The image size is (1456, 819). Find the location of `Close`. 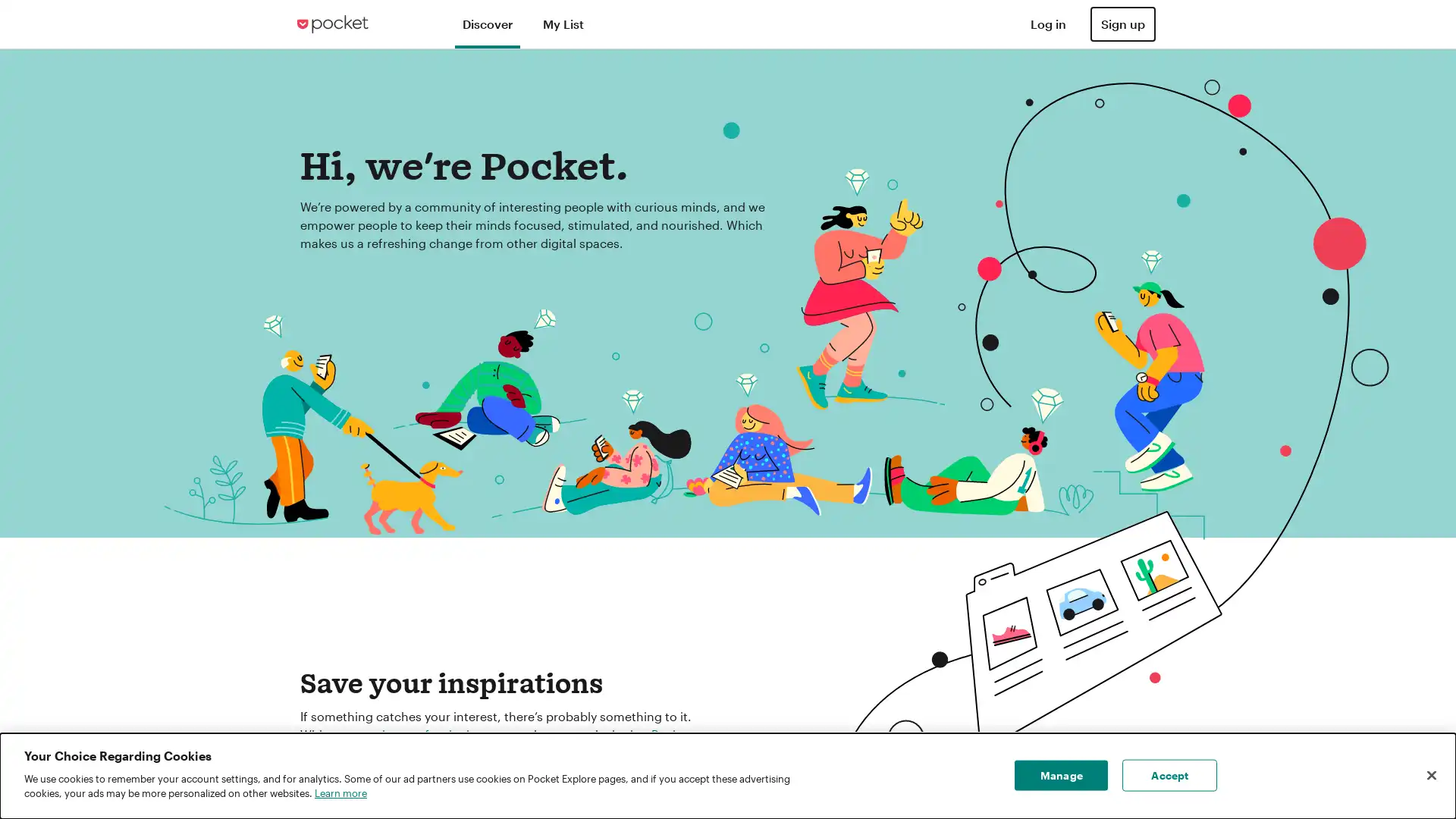

Close is located at coordinates (1430, 775).